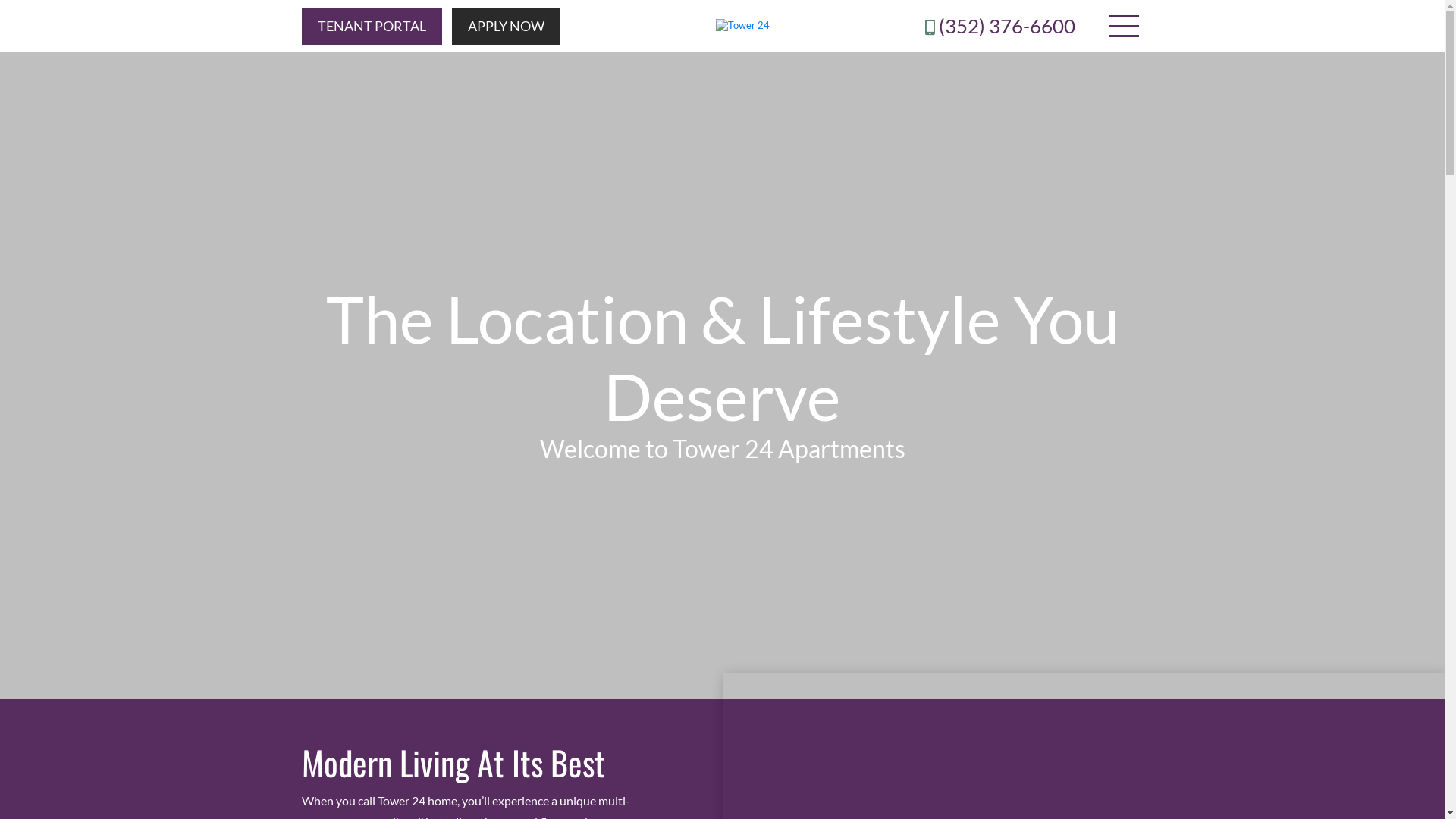 This screenshot has height=819, width=1456. What do you see at coordinates (372, 26) in the screenshot?
I see `'TENANT PORTAL'` at bounding box center [372, 26].